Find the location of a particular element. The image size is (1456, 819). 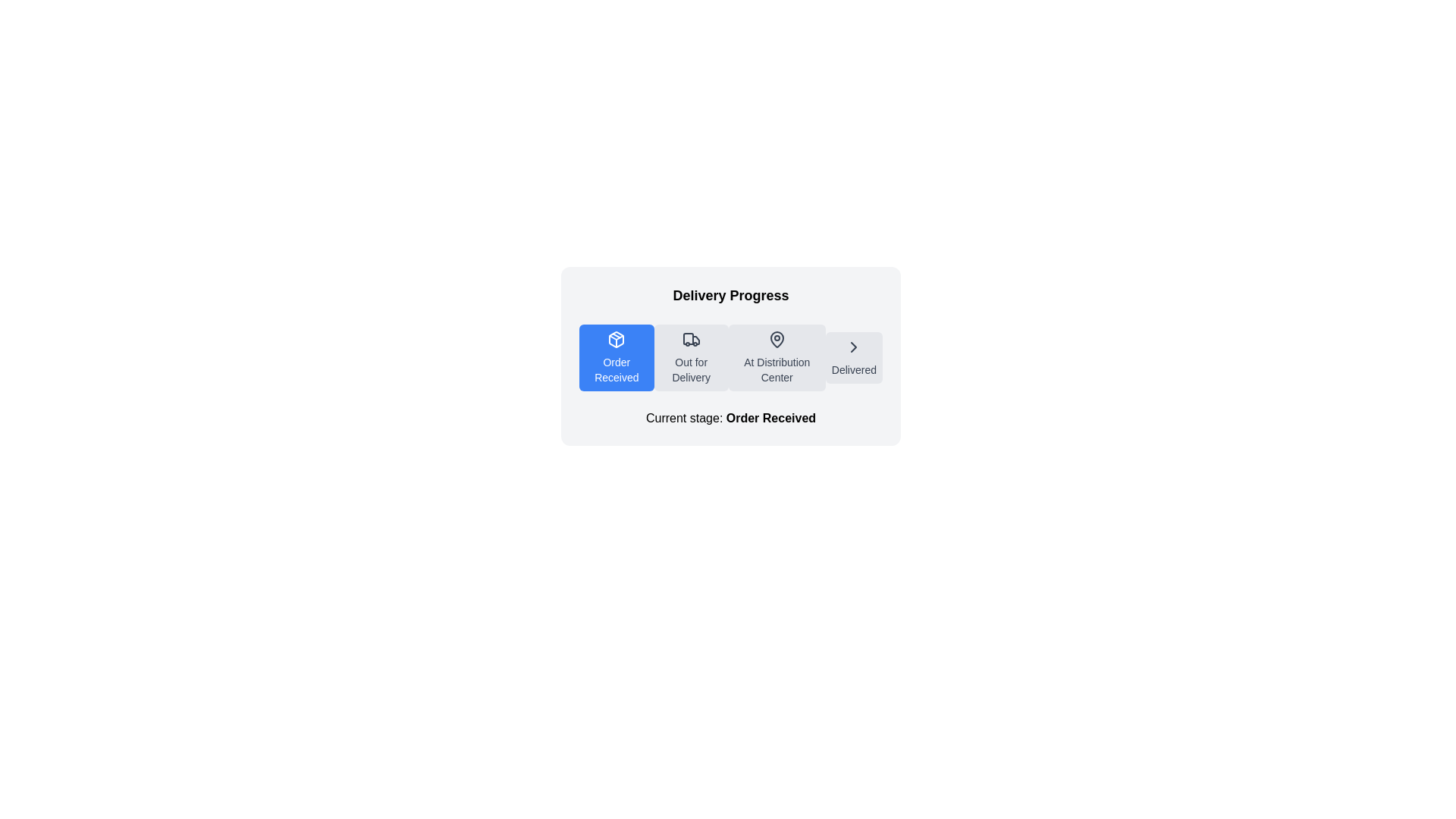

the 'At Distribution Center' vector graphic icon in the delivery progress bar, which serves as a visual representation of the current delivery stage is located at coordinates (777, 338).